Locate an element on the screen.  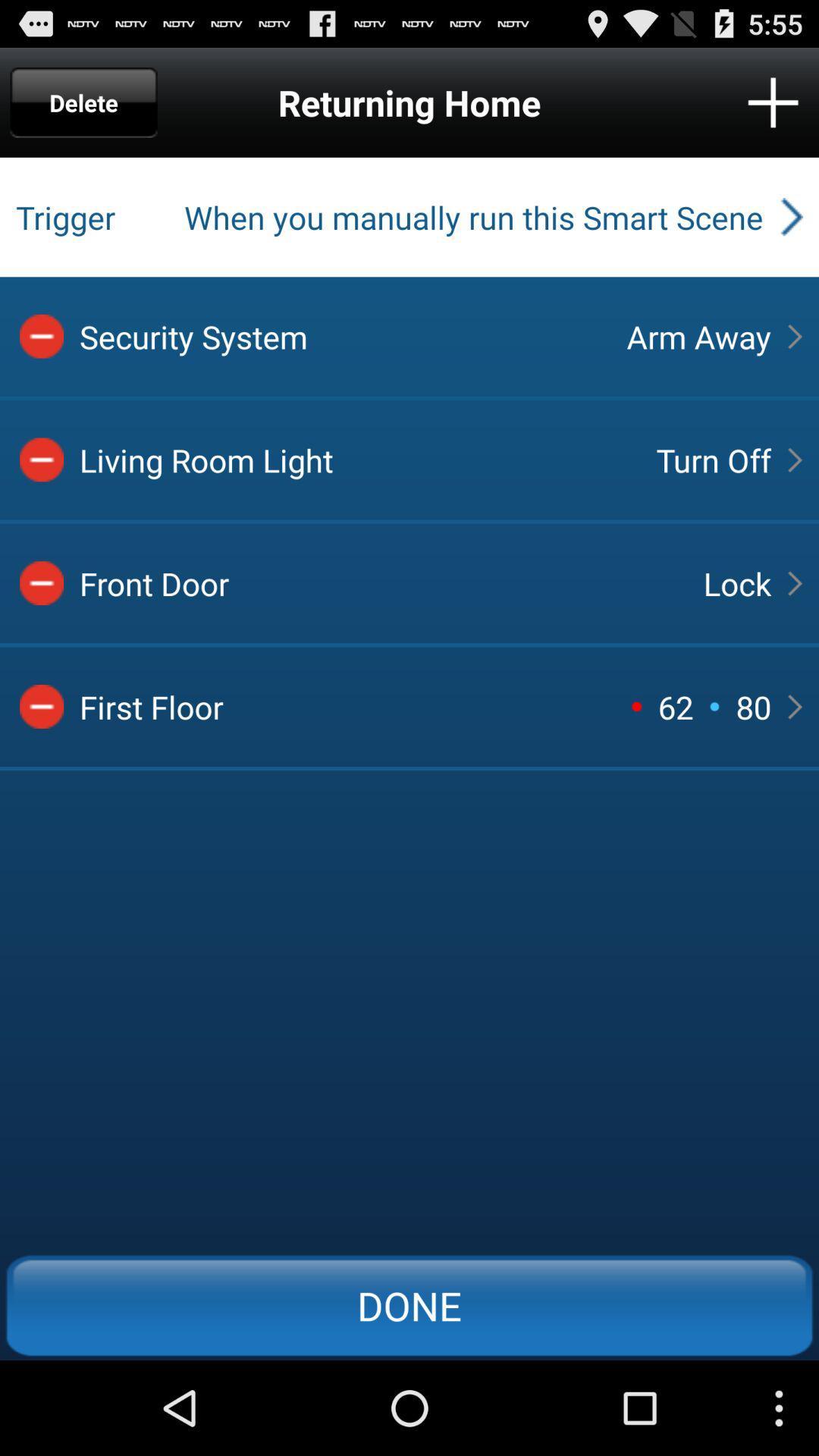
app above 80 app is located at coordinates (736, 582).